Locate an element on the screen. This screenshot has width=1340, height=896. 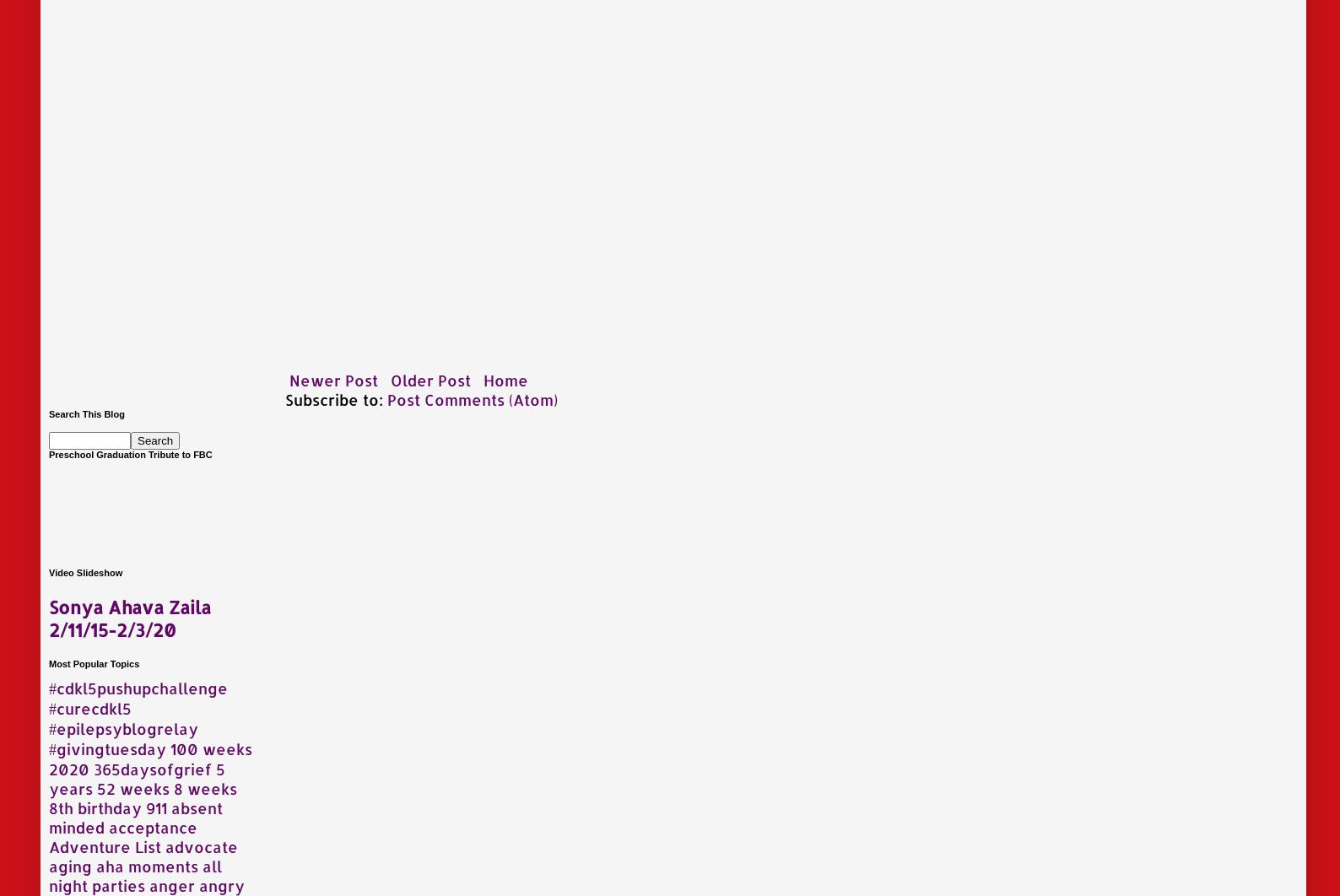
'Video Slideshow' is located at coordinates (48, 571).